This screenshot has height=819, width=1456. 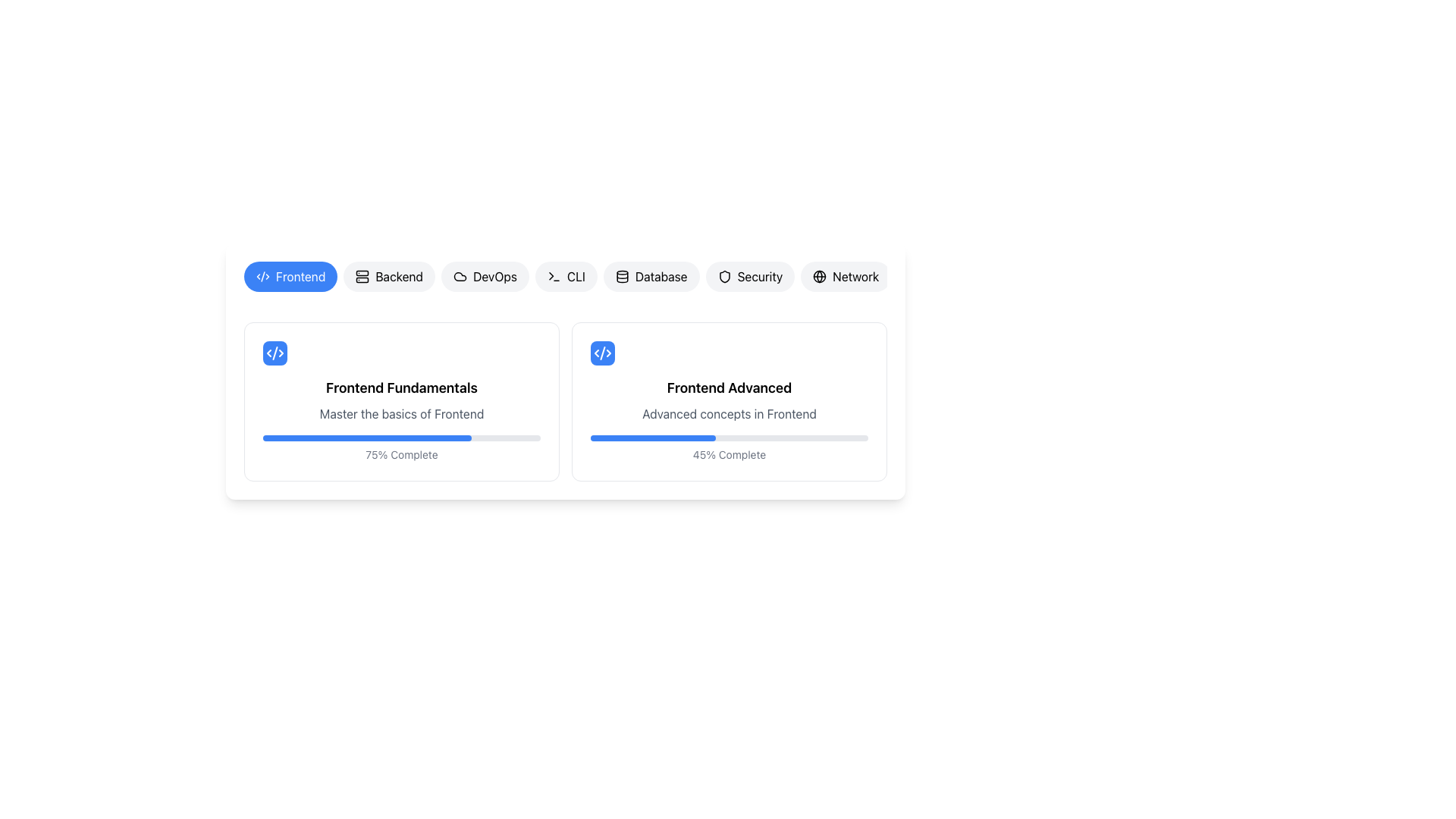 I want to click on the 'DevOps' text label within the button element, which features a cloud icon to its left and changes color on hover, so click(x=494, y=277).